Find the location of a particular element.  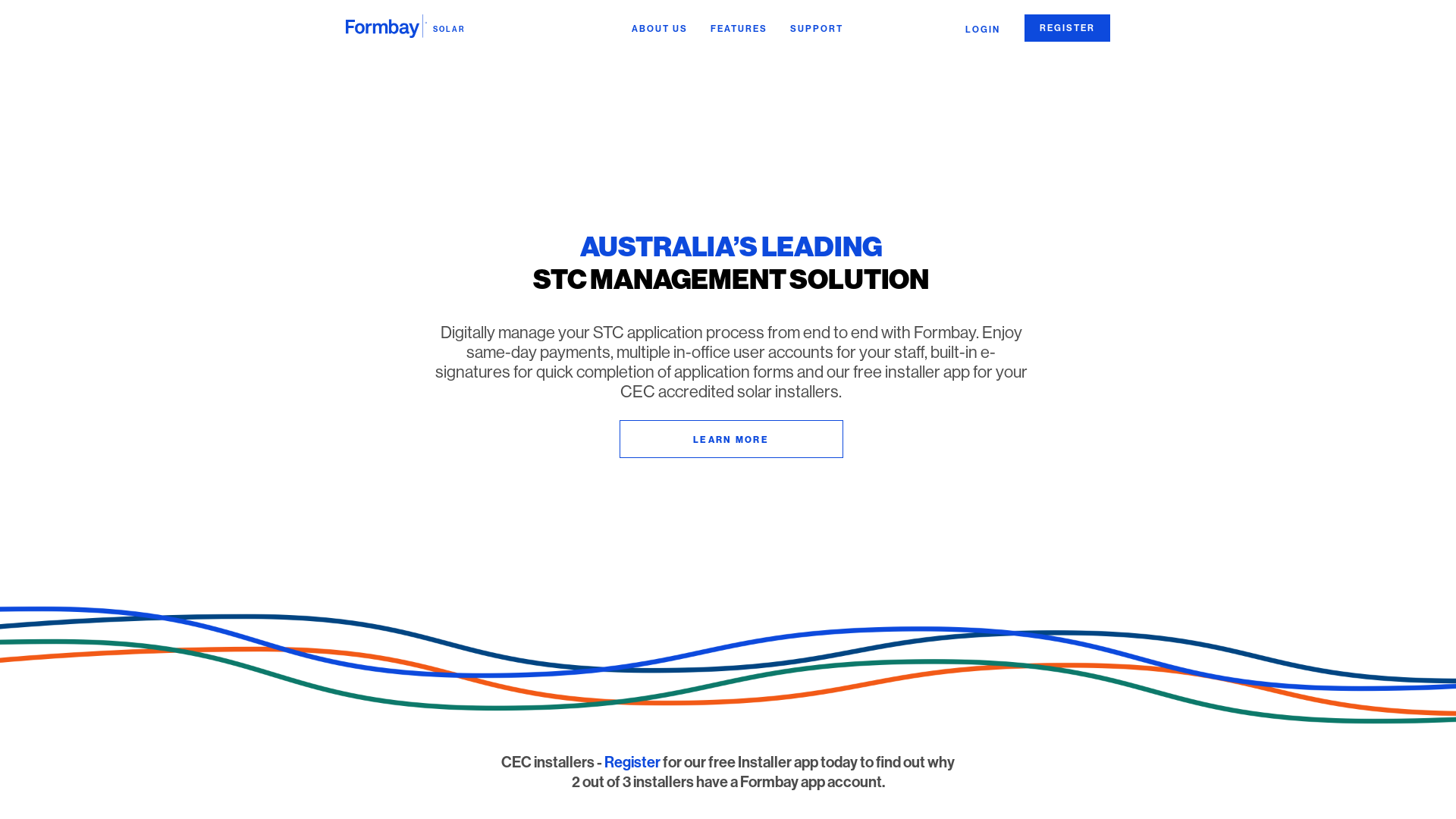

'FEATURES' is located at coordinates (739, 29).